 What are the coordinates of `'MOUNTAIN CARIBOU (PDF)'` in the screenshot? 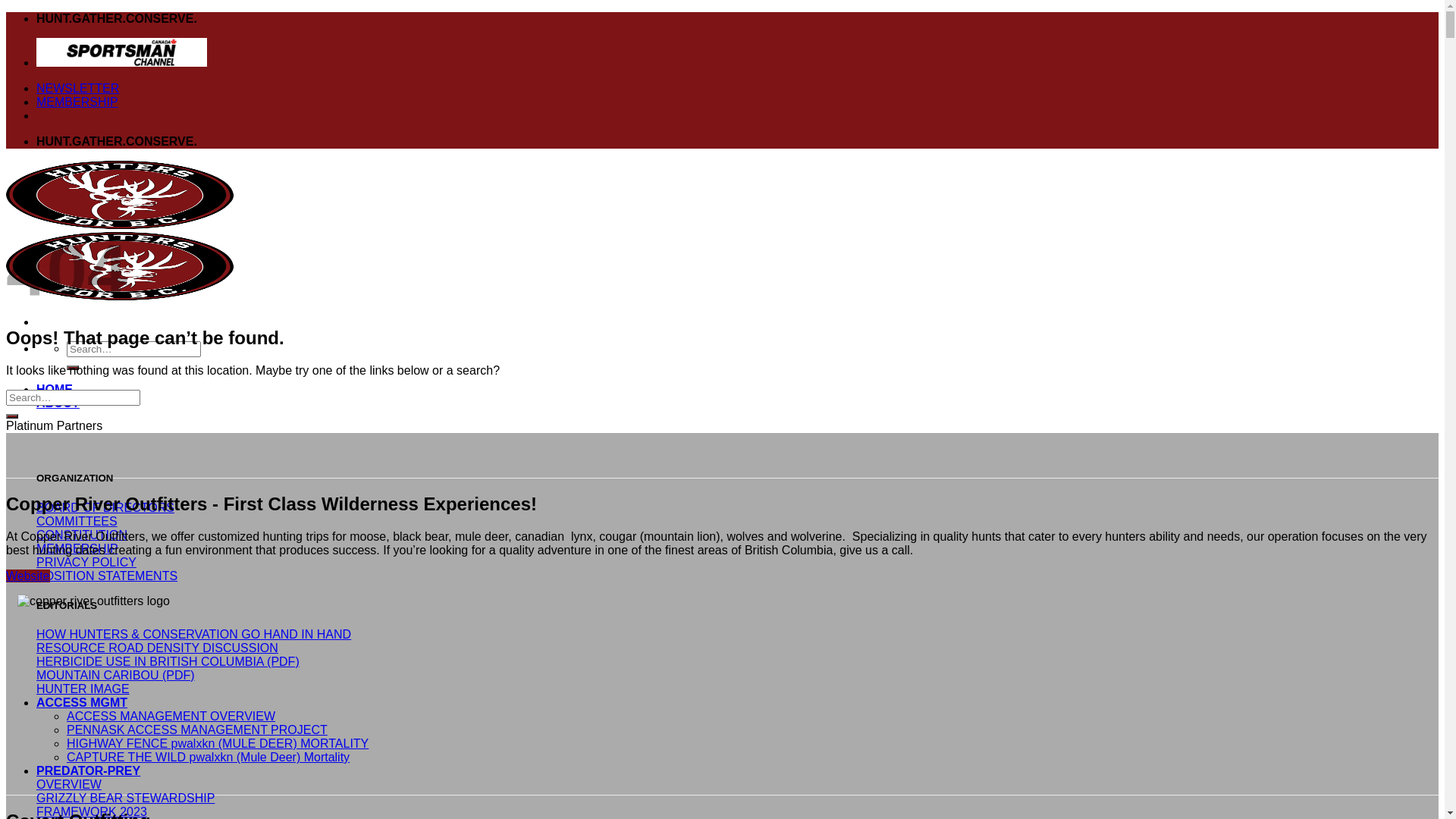 It's located at (36, 674).